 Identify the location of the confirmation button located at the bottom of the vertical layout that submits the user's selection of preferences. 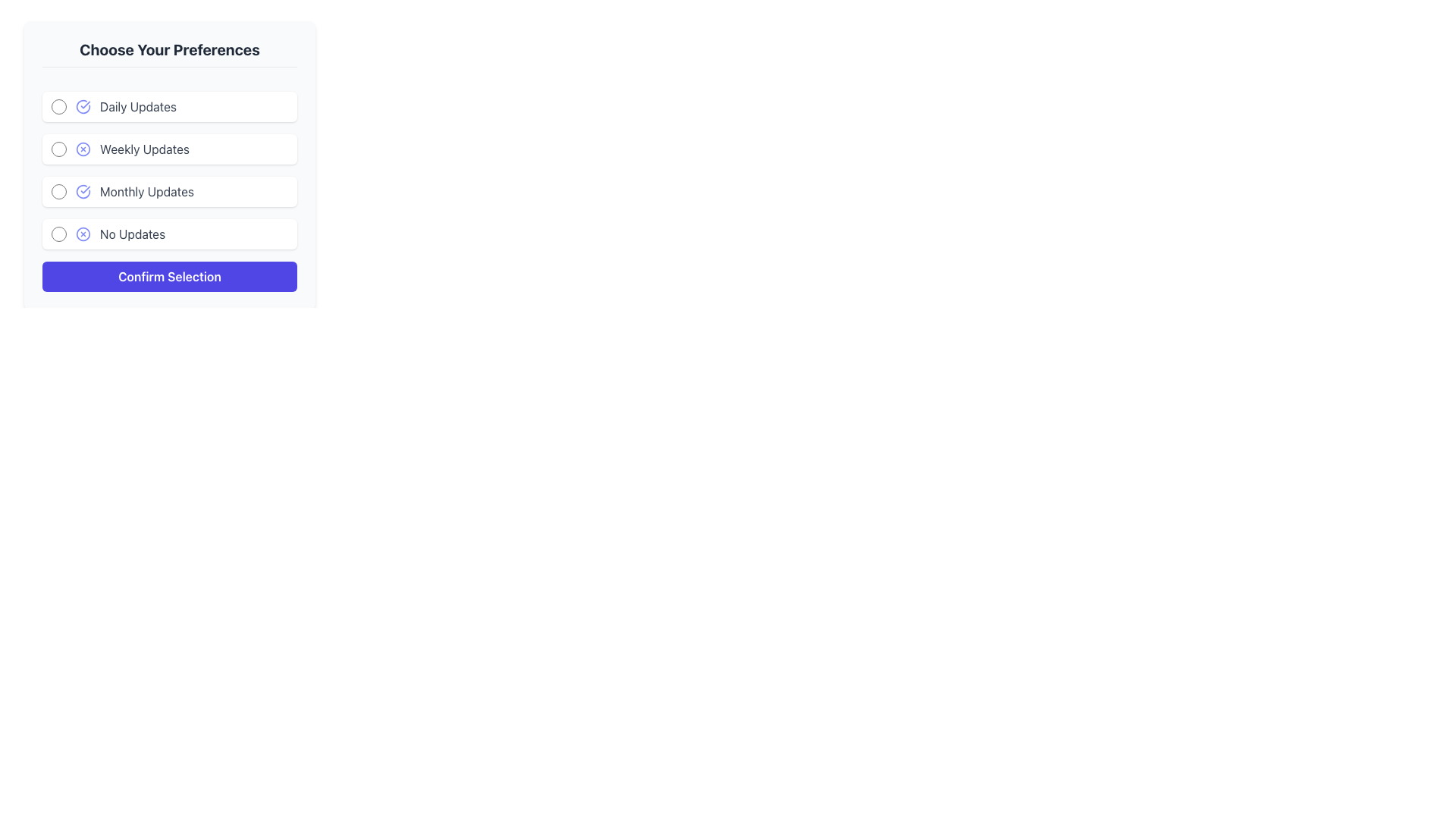
(170, 277).